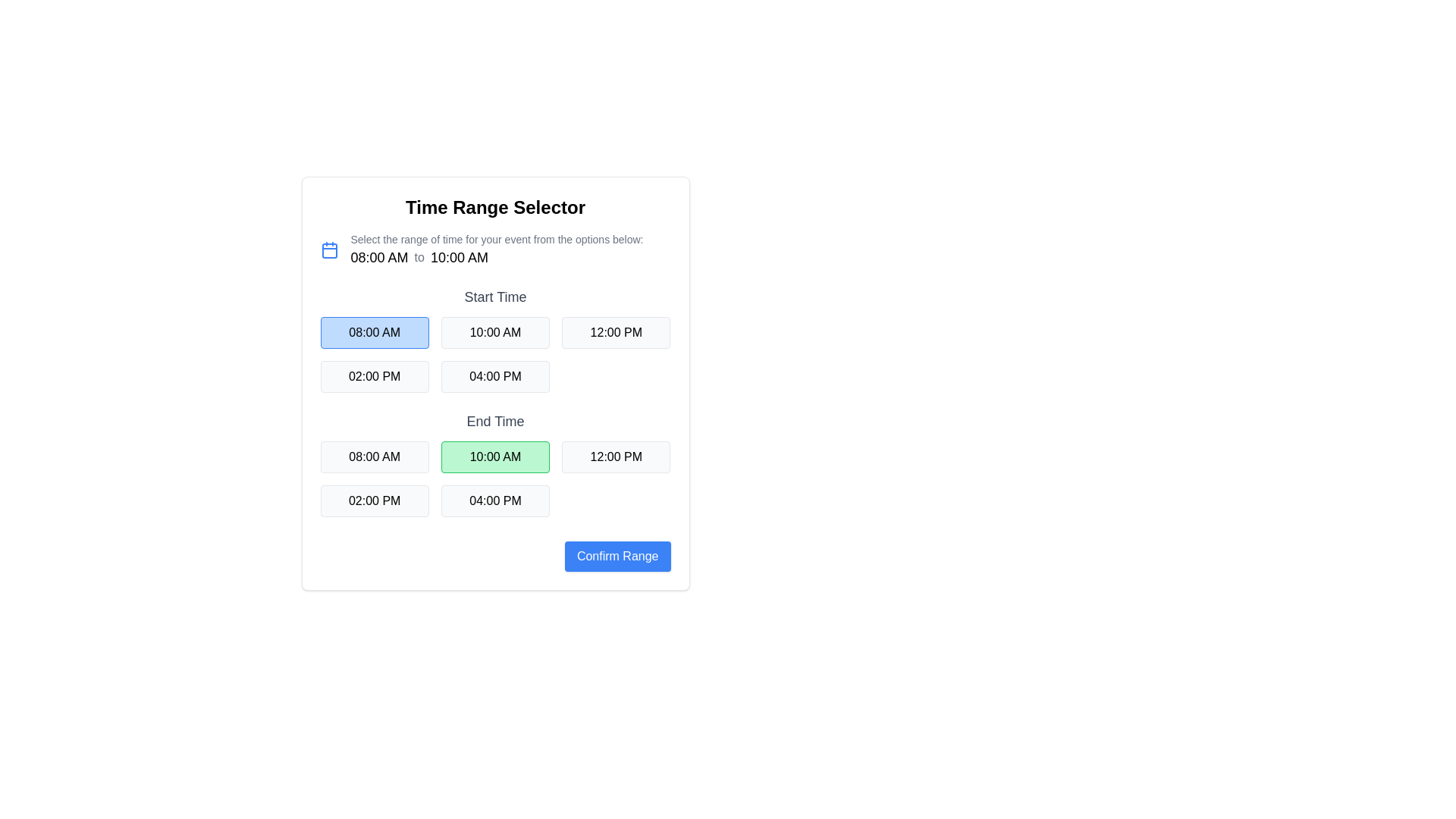 The height and width of the screenshot is (819, 1456). What do you see at coordinates (495, 500) in the screenshot?
I see `the '04:00 PM' button located in the 'End Time' section for keyboard navigation` at bounding box center [495, 500].